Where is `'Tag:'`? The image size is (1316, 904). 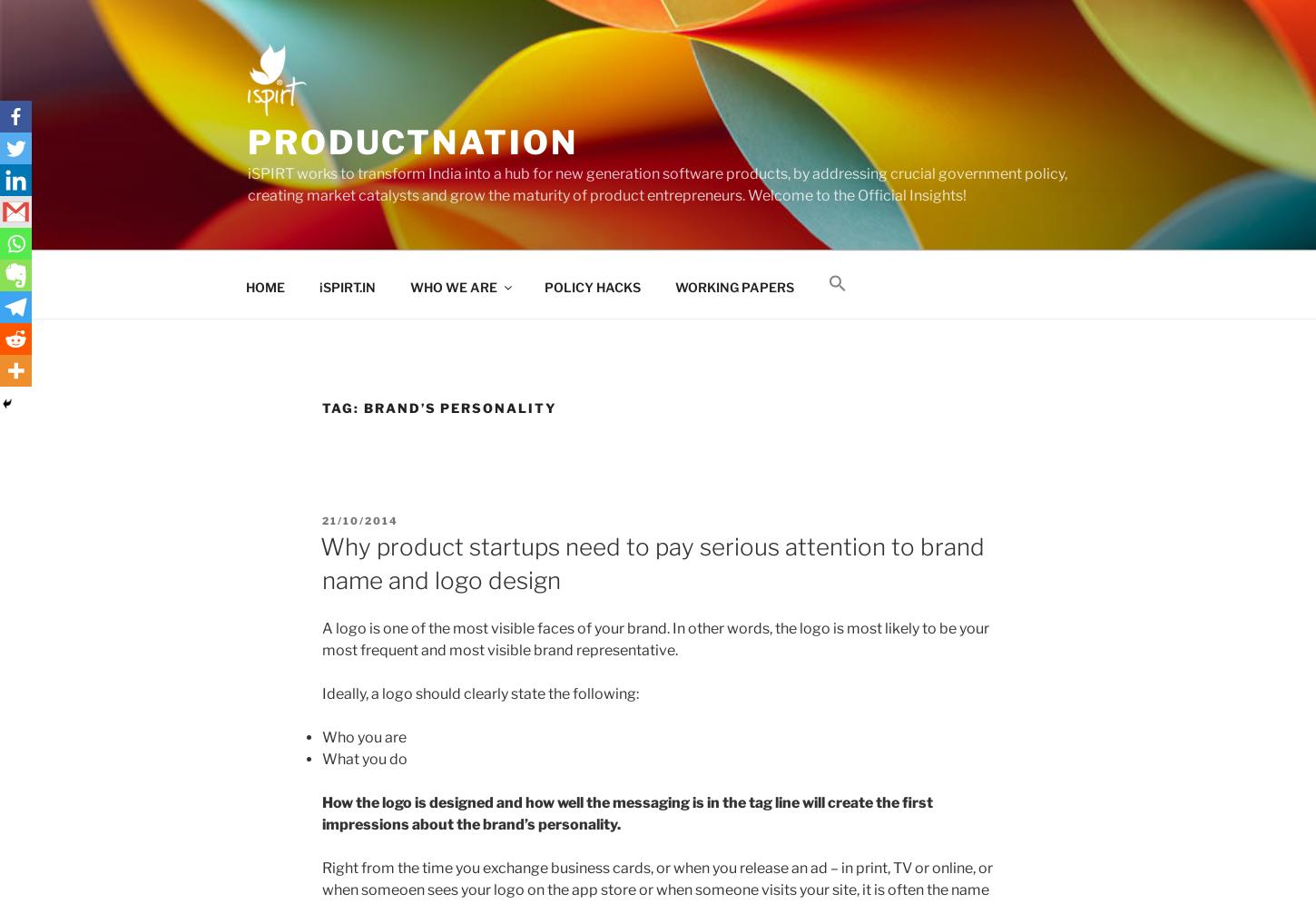
'Tag:' is located at coordinates (341, 408).